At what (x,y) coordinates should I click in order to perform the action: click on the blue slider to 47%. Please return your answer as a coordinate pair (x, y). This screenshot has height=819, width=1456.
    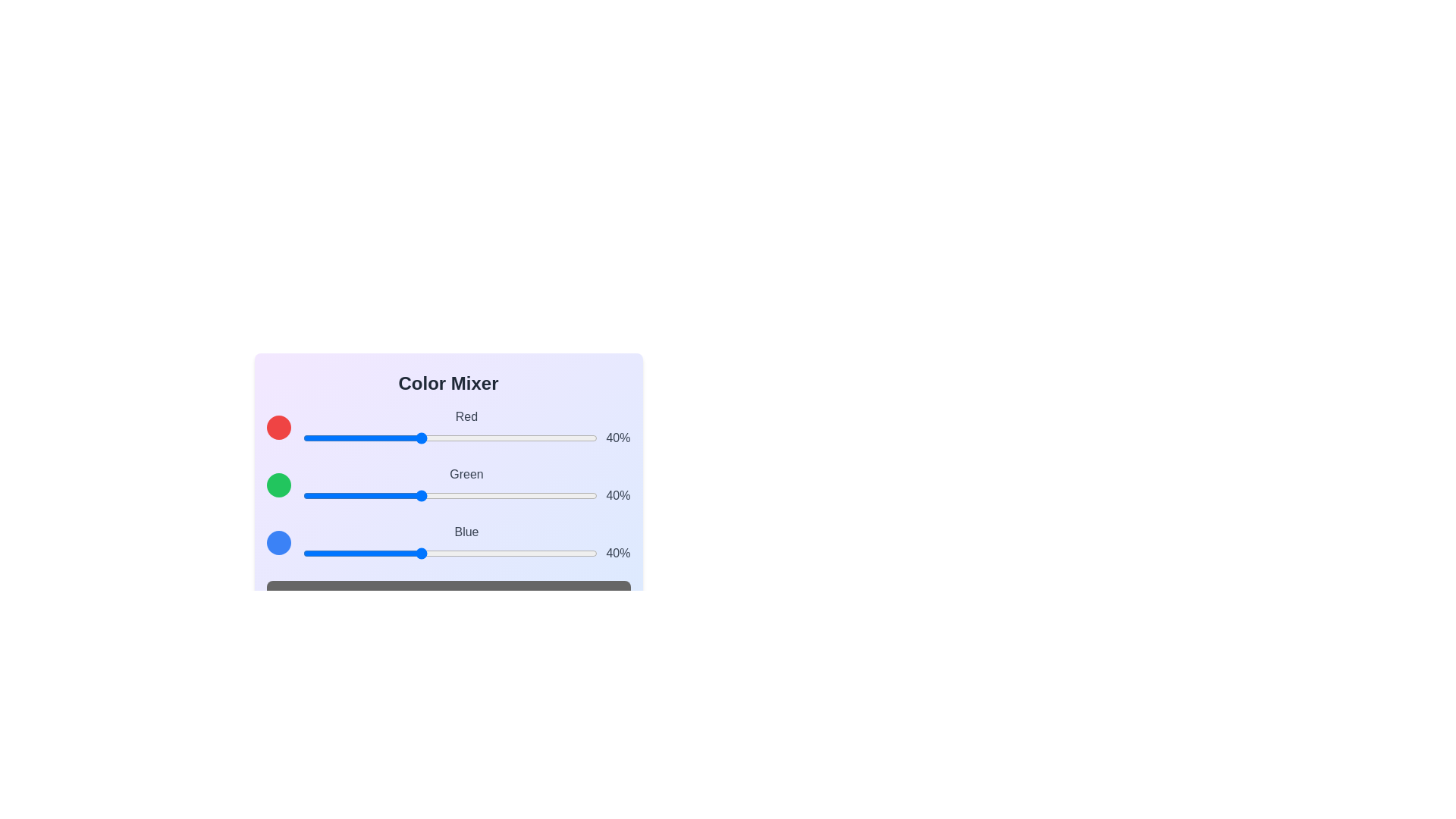
    Looking at the image, I should click on (440, 553).